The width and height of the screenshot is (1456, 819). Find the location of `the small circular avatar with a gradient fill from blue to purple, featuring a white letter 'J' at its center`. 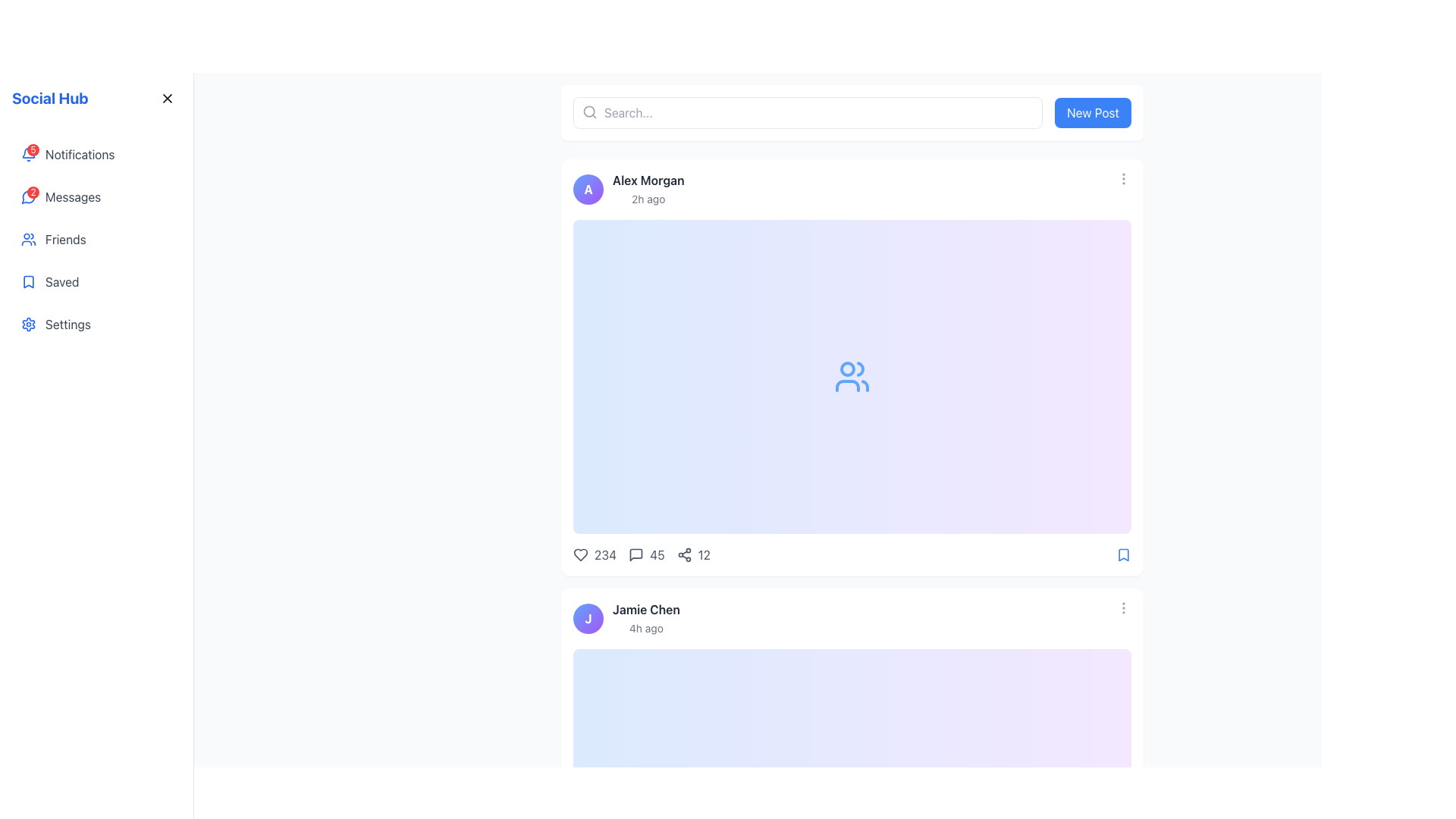

the small circular avatar with a gradient fill from blue to purple, featuring a white letter 'J' at its center is located at coordinates (588, 619).